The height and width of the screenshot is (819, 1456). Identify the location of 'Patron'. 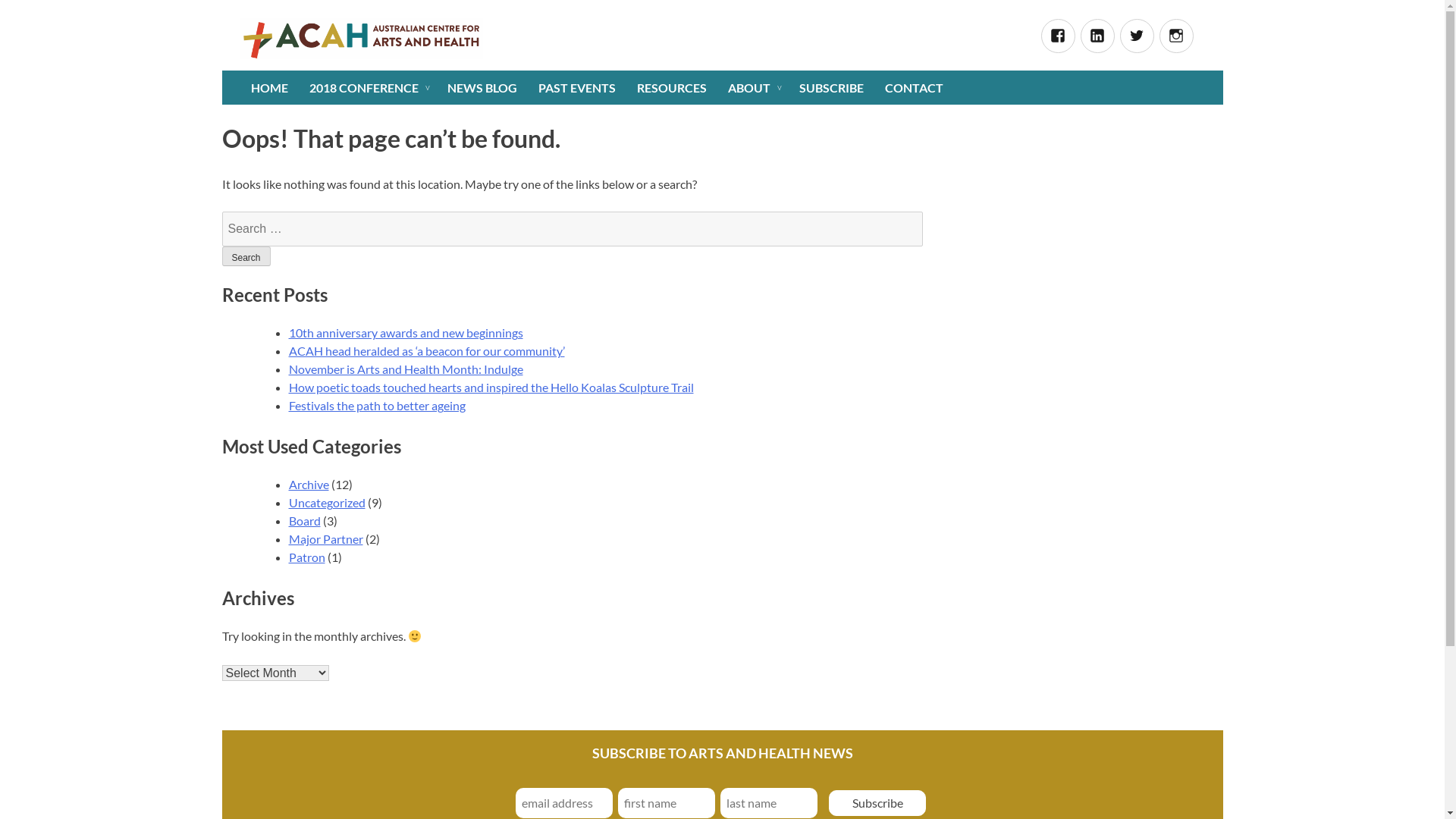
(305, 557).